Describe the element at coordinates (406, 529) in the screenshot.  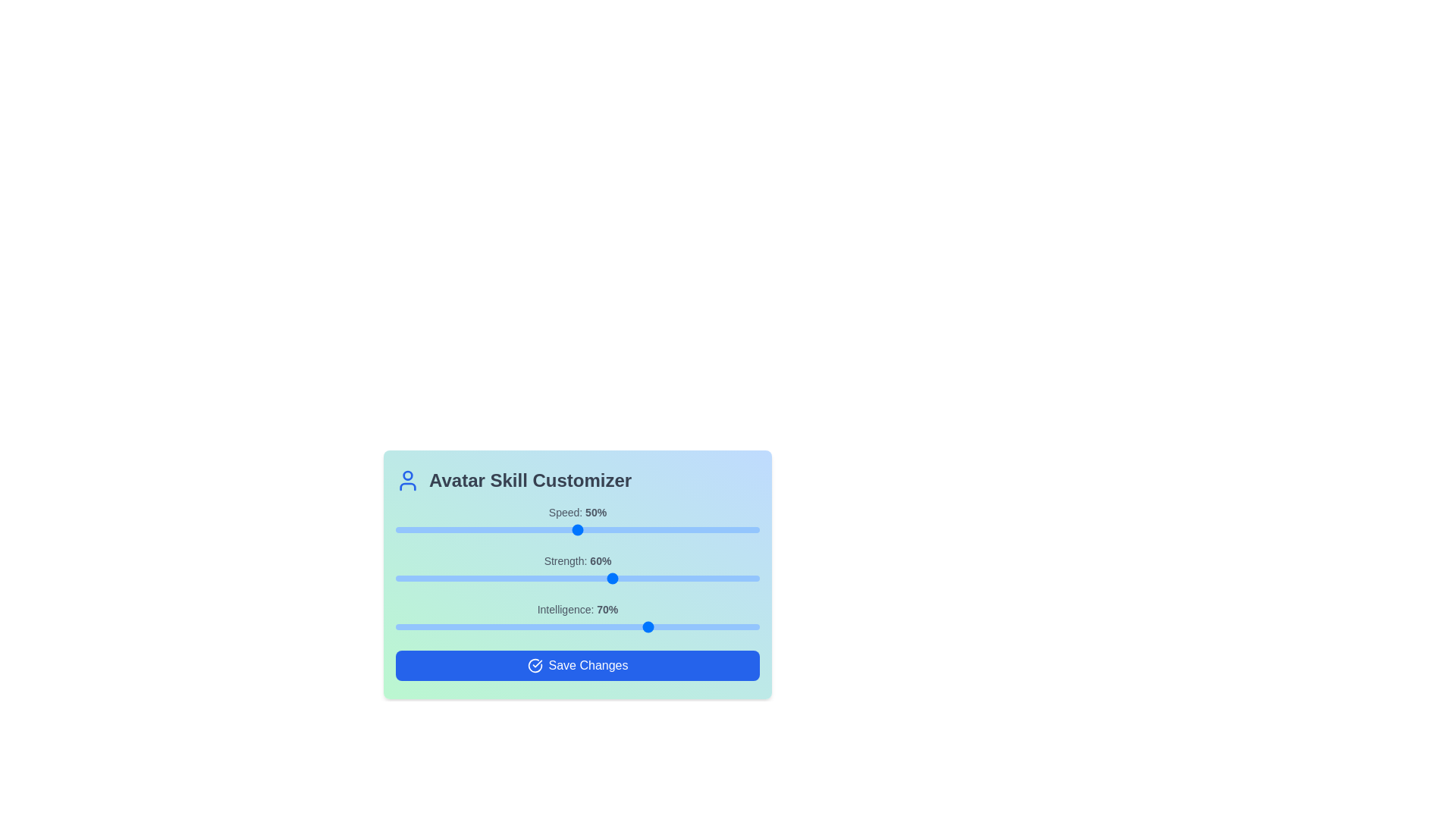
I see `the speed` at that location.